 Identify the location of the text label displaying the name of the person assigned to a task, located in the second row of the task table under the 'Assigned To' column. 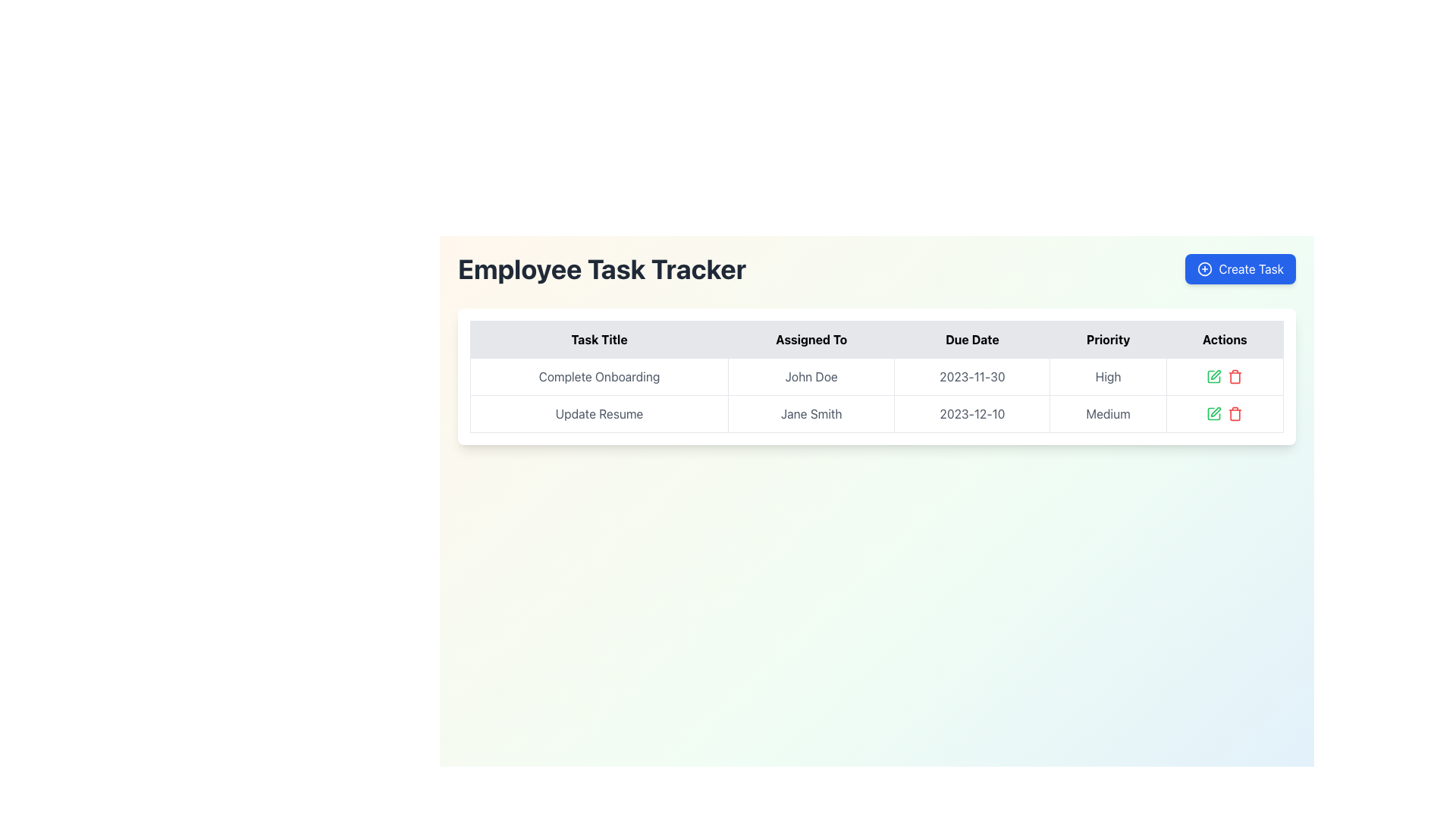
(811, 414).